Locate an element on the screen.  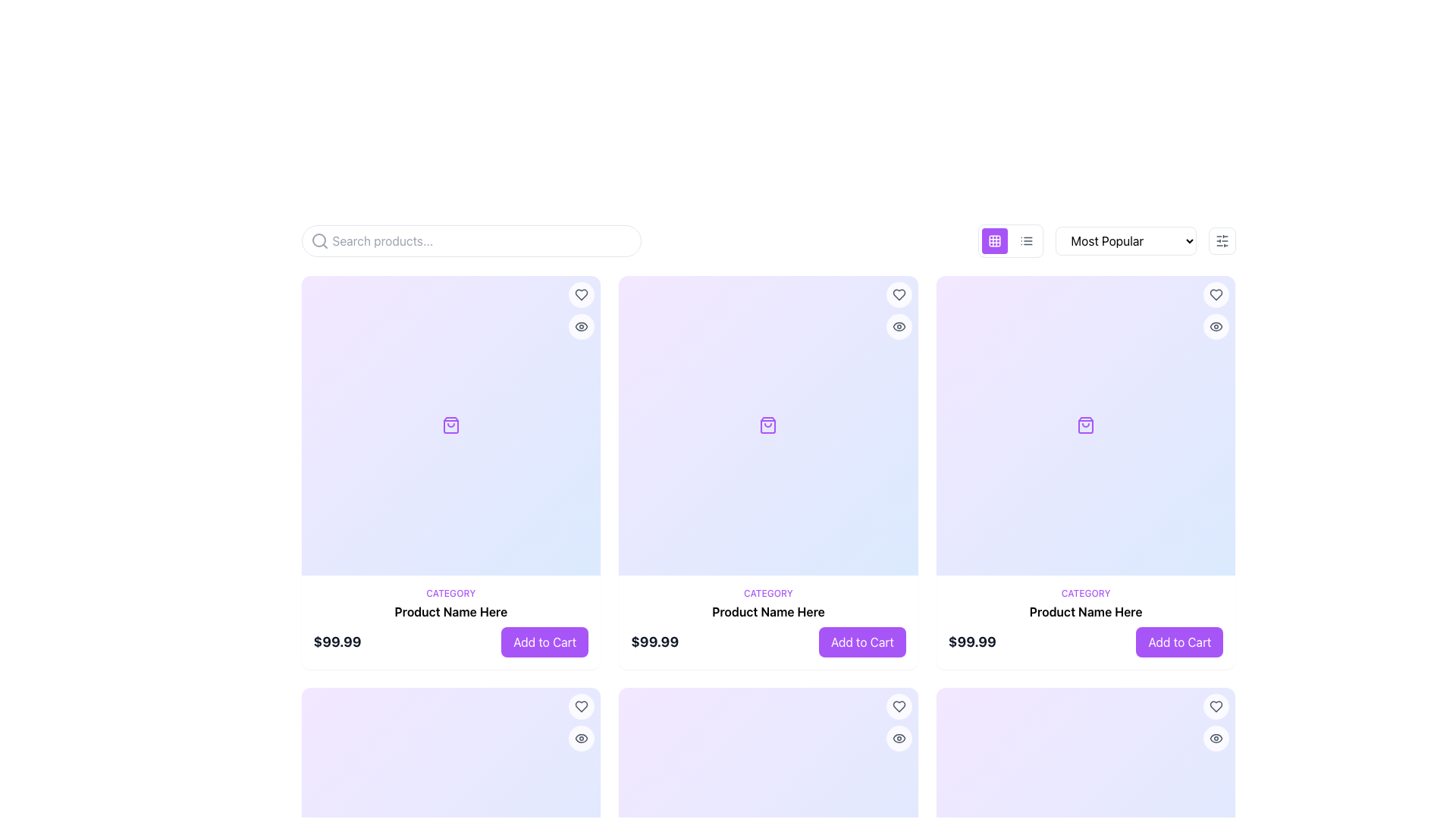
the favorite button located in the top-right corner of the card layout in the fourth column and second row of the product listing grid to change the icon color is located at coordinates (1216, 706).